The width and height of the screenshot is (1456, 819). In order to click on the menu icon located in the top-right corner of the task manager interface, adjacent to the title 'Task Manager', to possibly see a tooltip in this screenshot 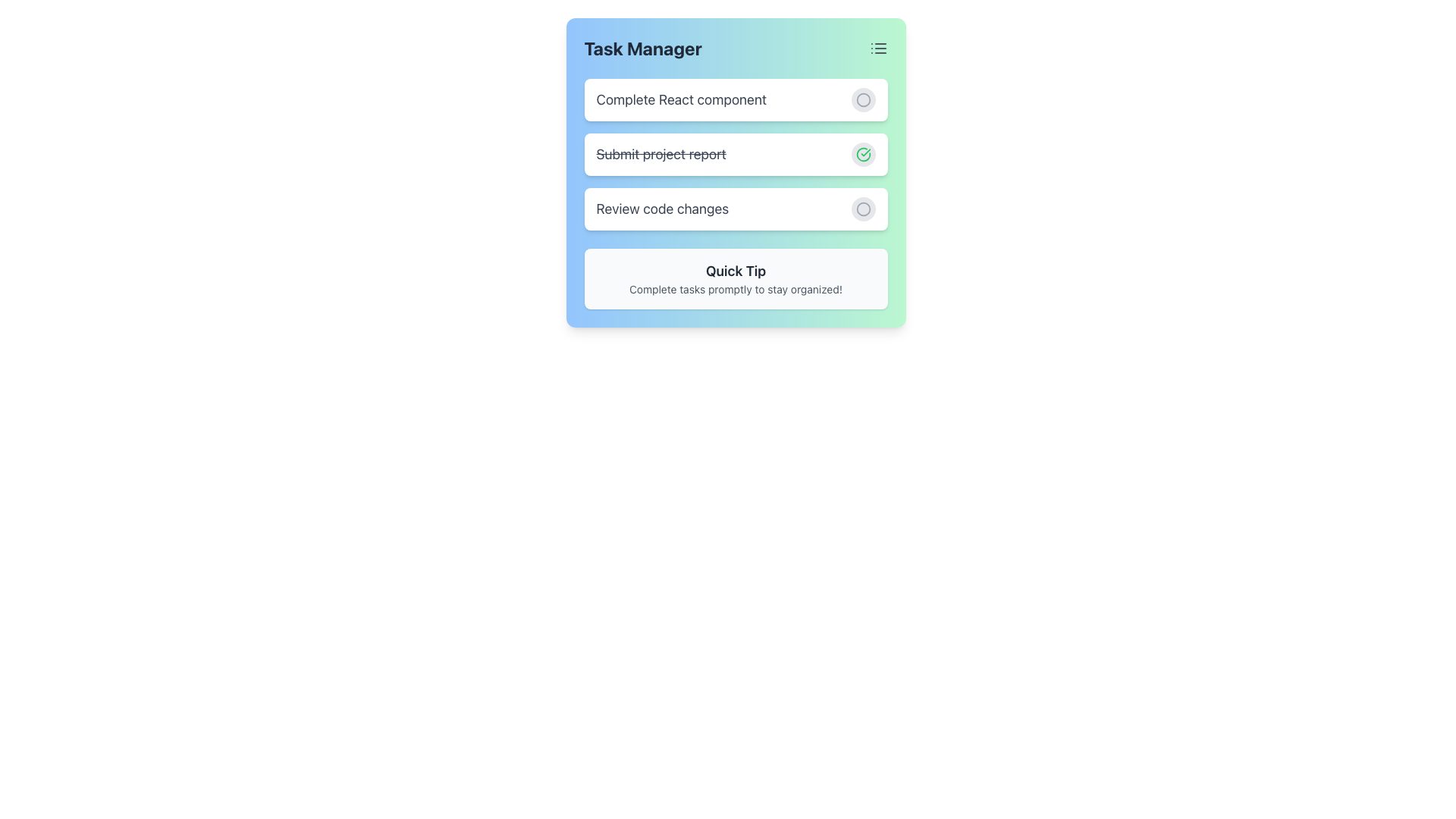, I will do `click(878, 48)`.